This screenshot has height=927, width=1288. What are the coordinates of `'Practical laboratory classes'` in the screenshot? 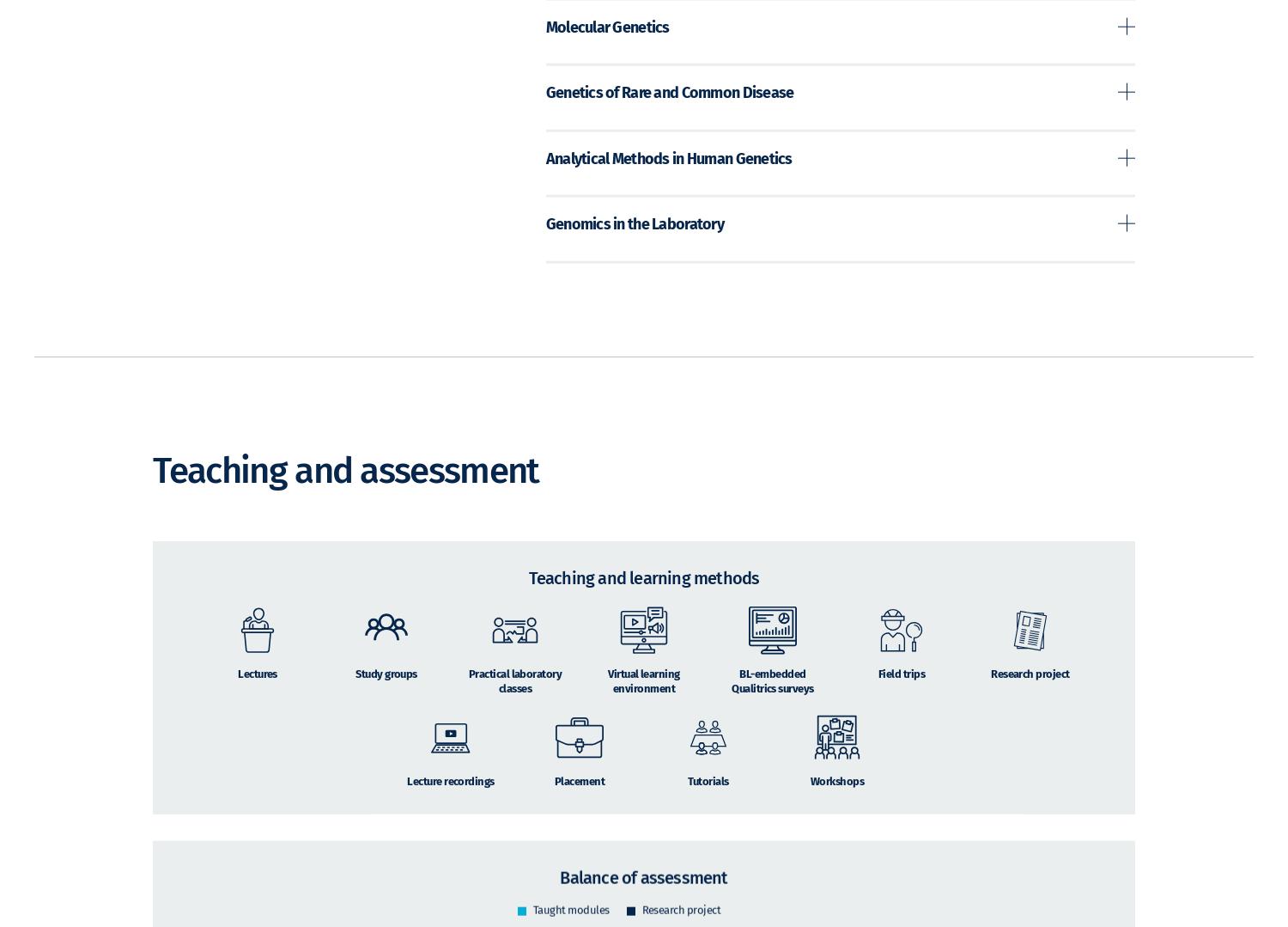 It's located at (467, 704).